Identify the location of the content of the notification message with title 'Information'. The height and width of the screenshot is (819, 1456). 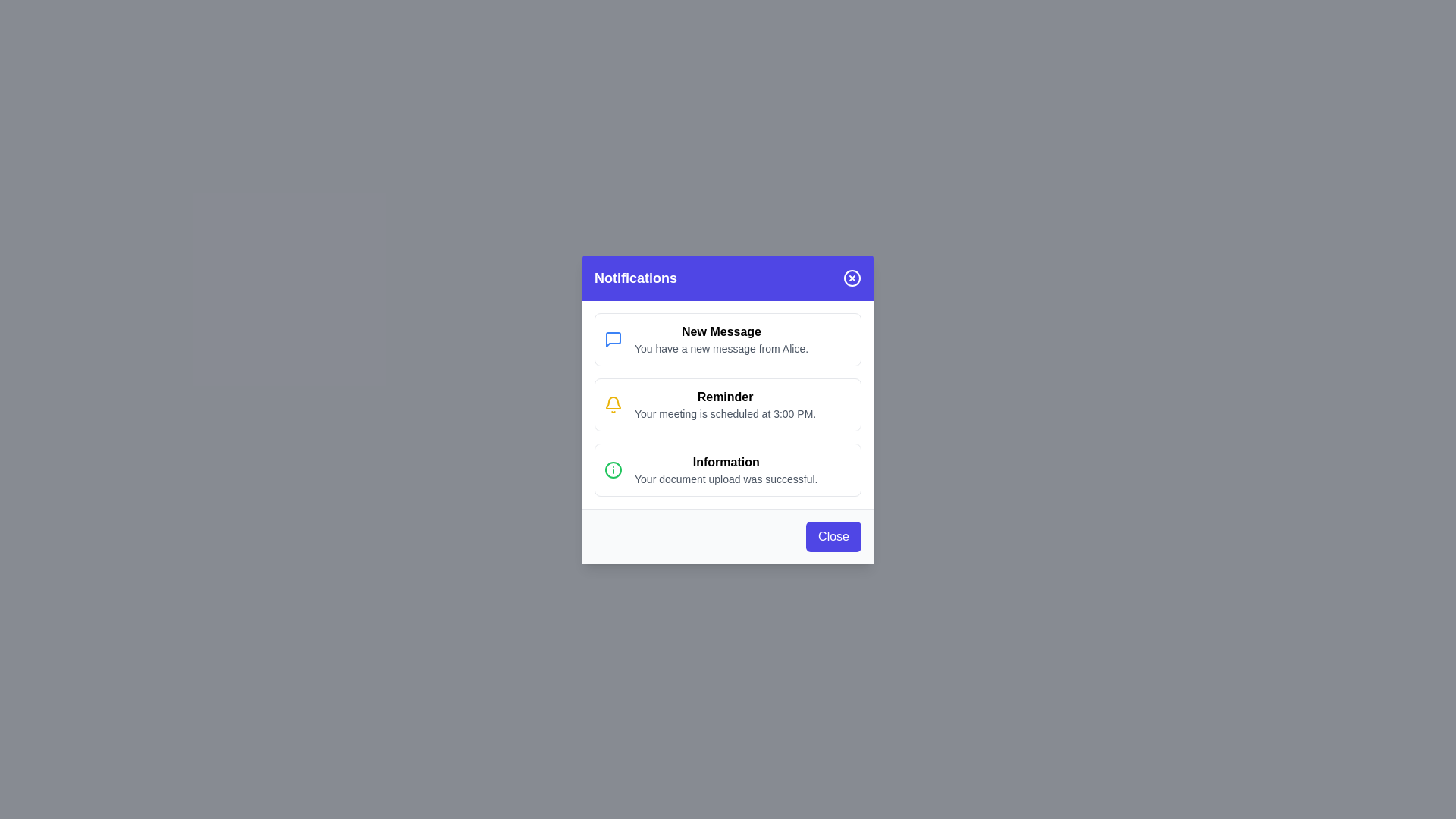
(728, 469).